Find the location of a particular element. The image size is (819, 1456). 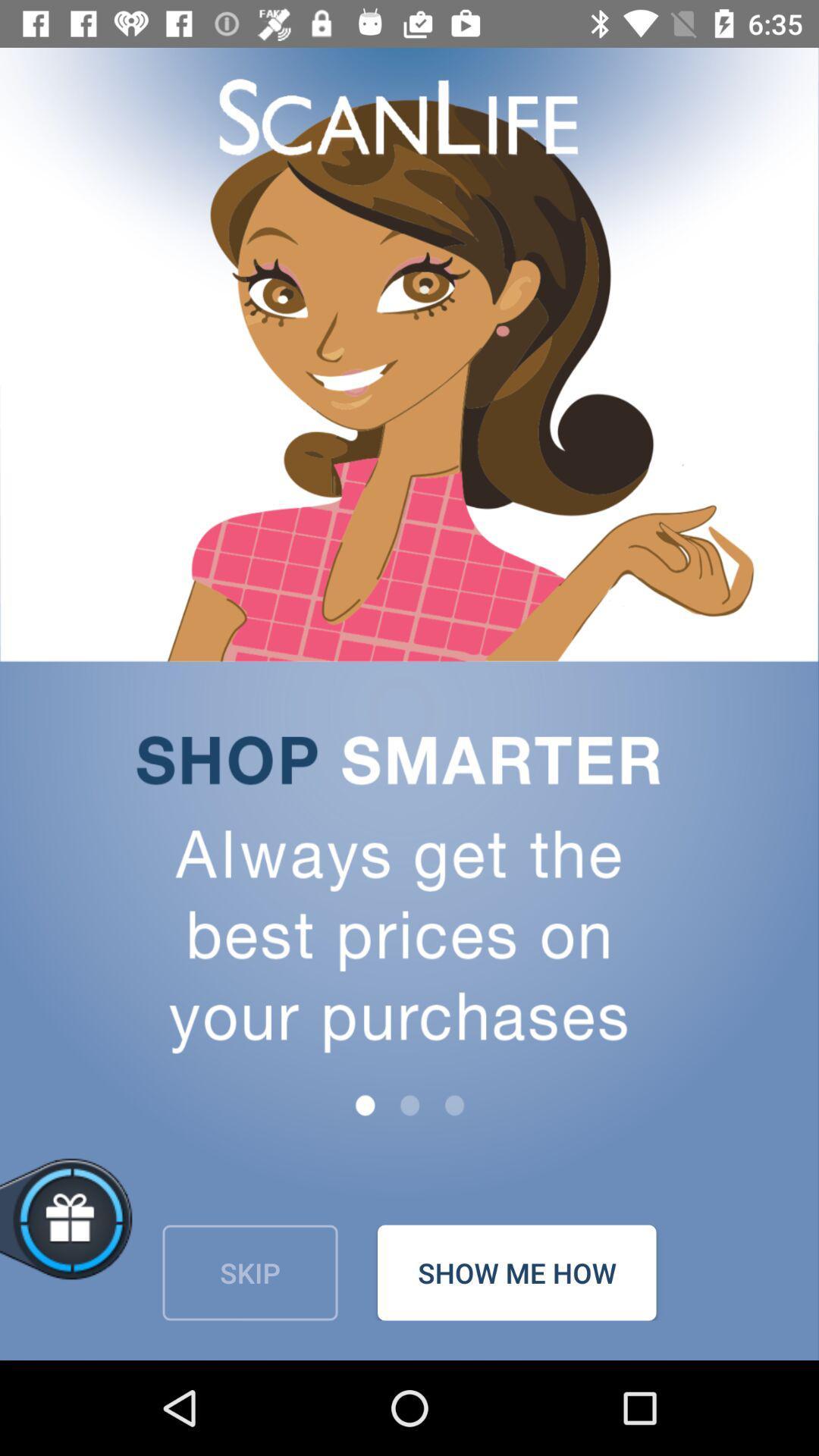

click gift button is located at coordinates (118, 1237).